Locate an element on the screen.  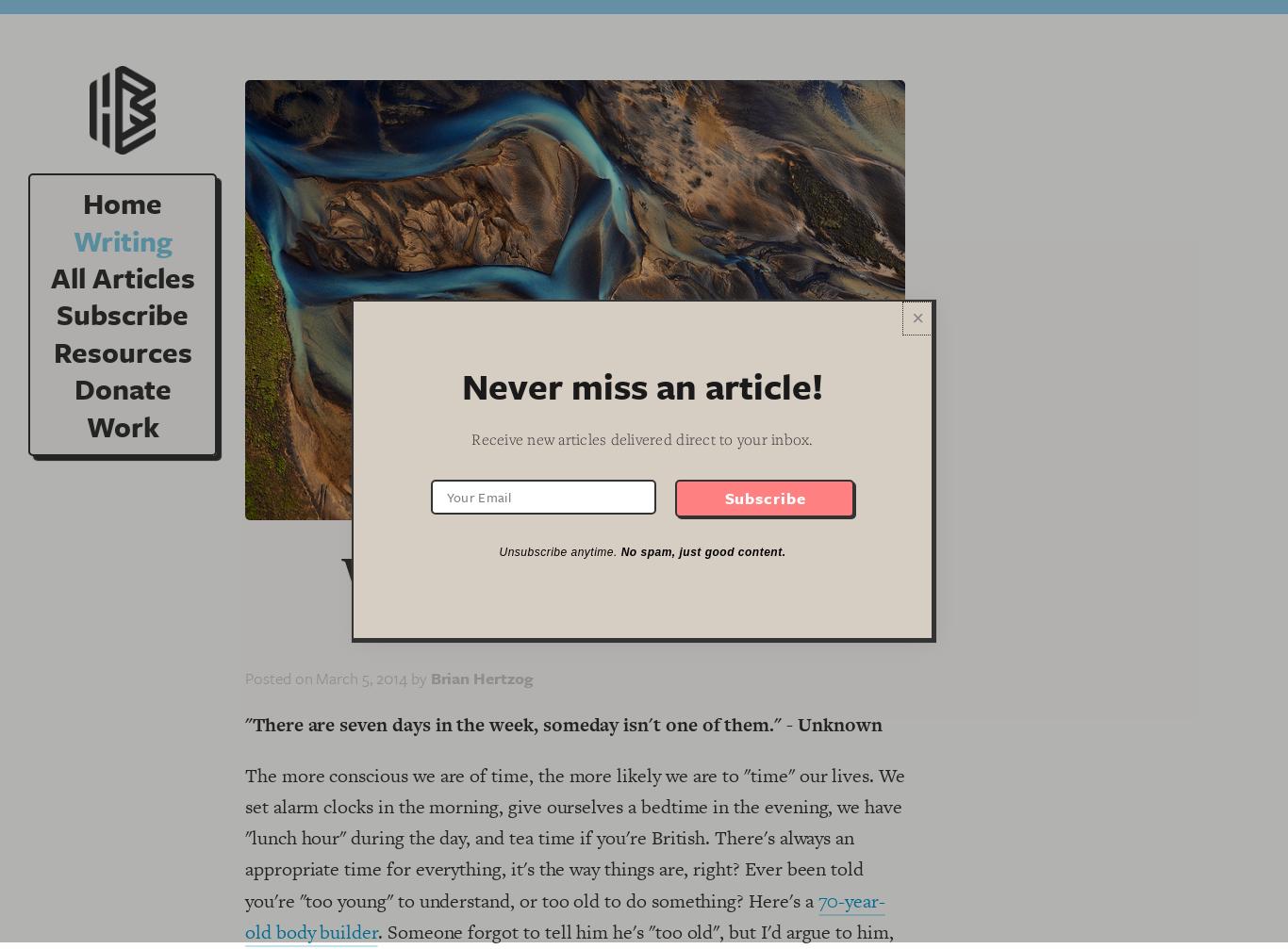
'All Articles' is located at coordinates (121, 277).